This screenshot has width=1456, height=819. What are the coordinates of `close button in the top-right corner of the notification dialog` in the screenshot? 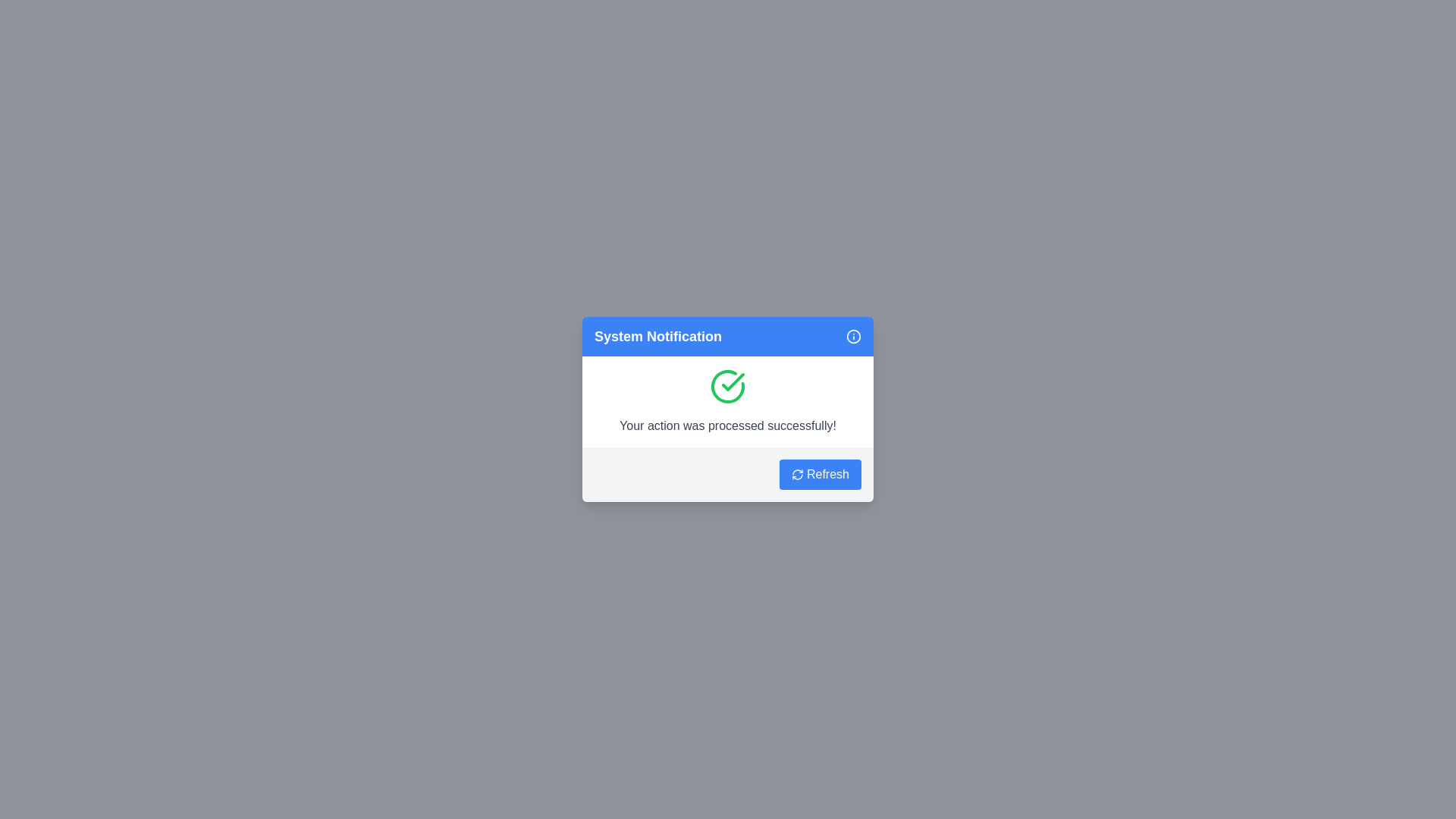 It's located at (854, 335).